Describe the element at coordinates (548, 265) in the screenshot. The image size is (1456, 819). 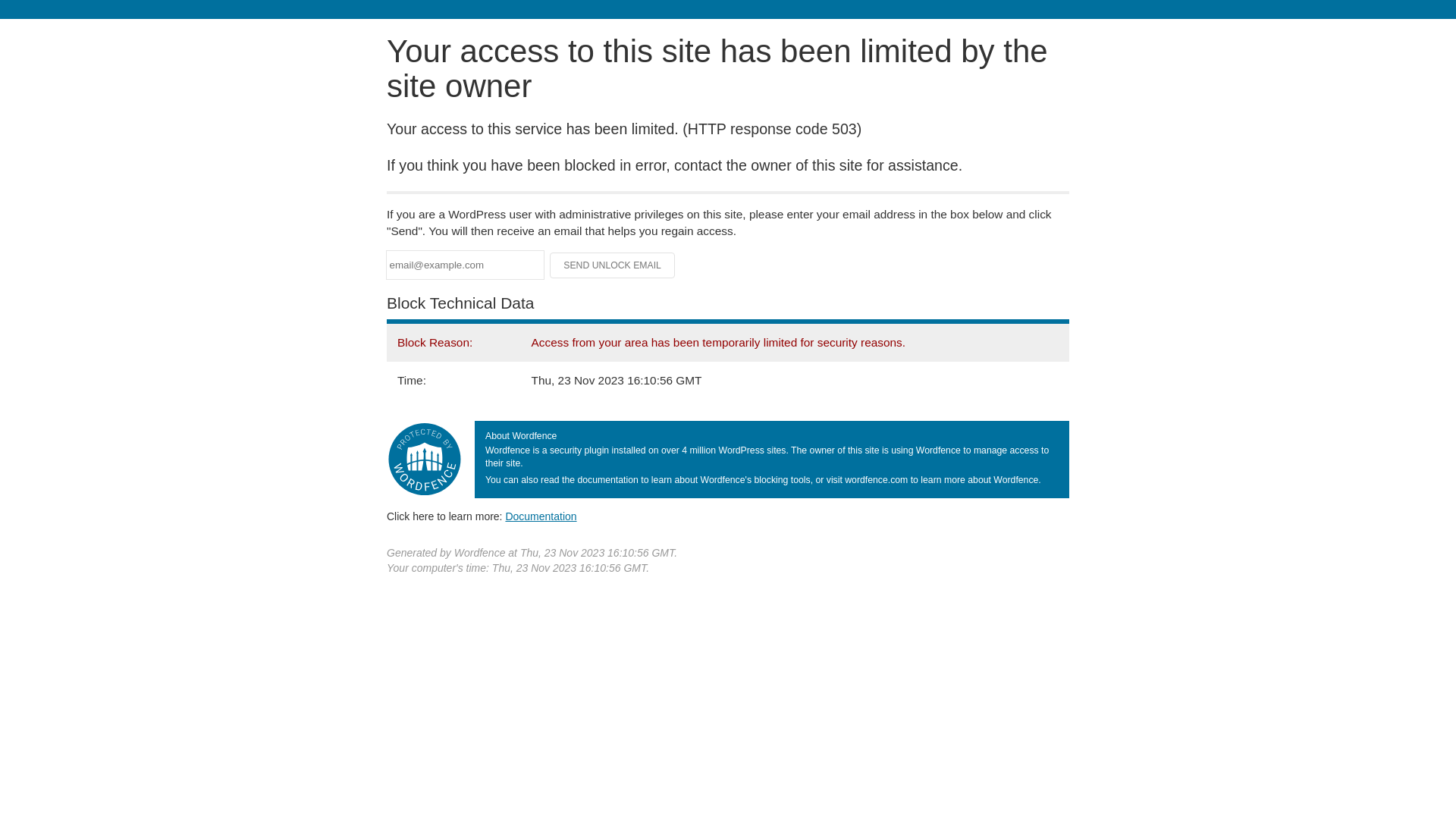
I see `'Send Unlock Email'` at that location.